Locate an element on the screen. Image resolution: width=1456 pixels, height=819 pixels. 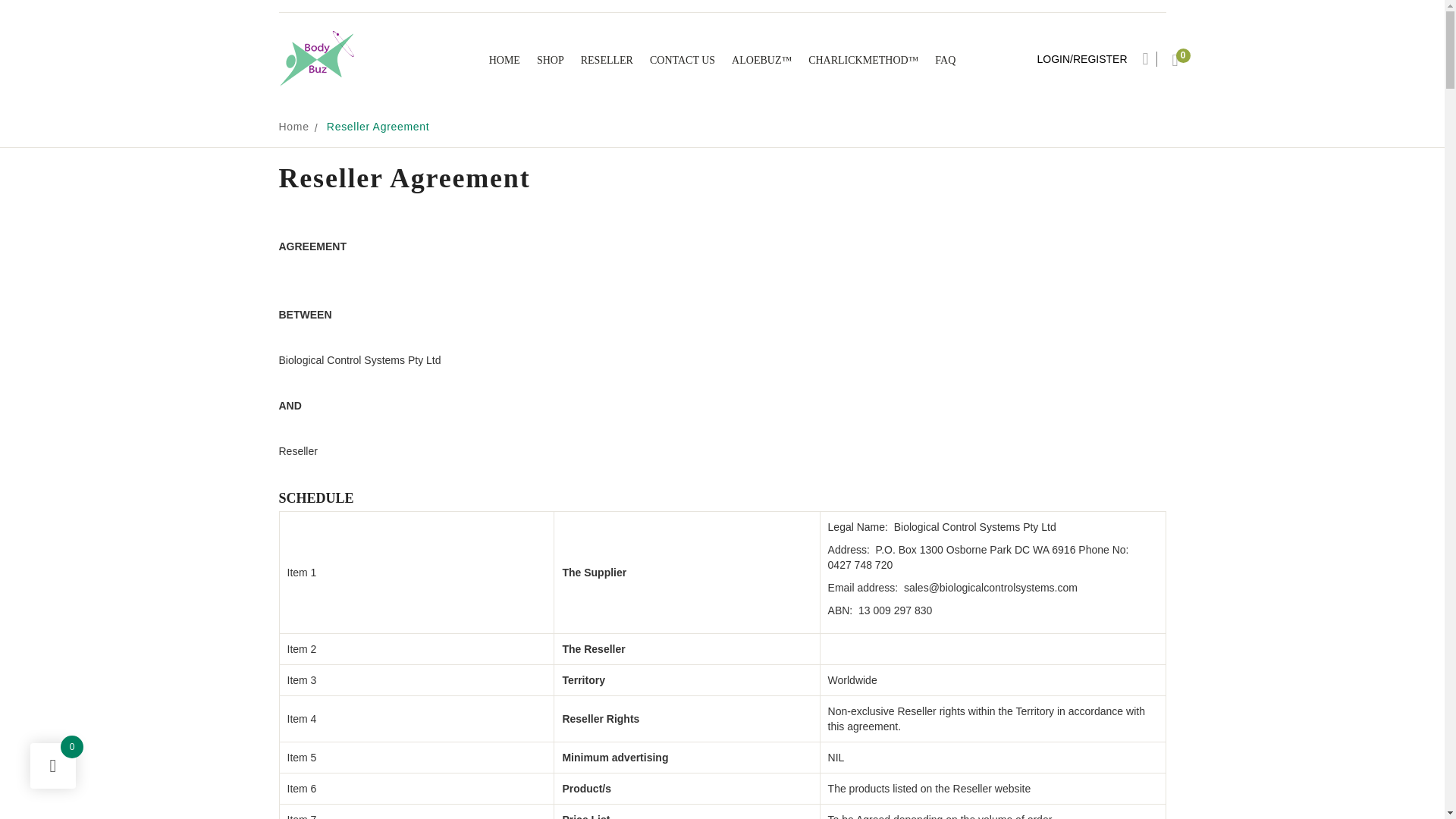
'HOME' is located at coordinates (504, 59).